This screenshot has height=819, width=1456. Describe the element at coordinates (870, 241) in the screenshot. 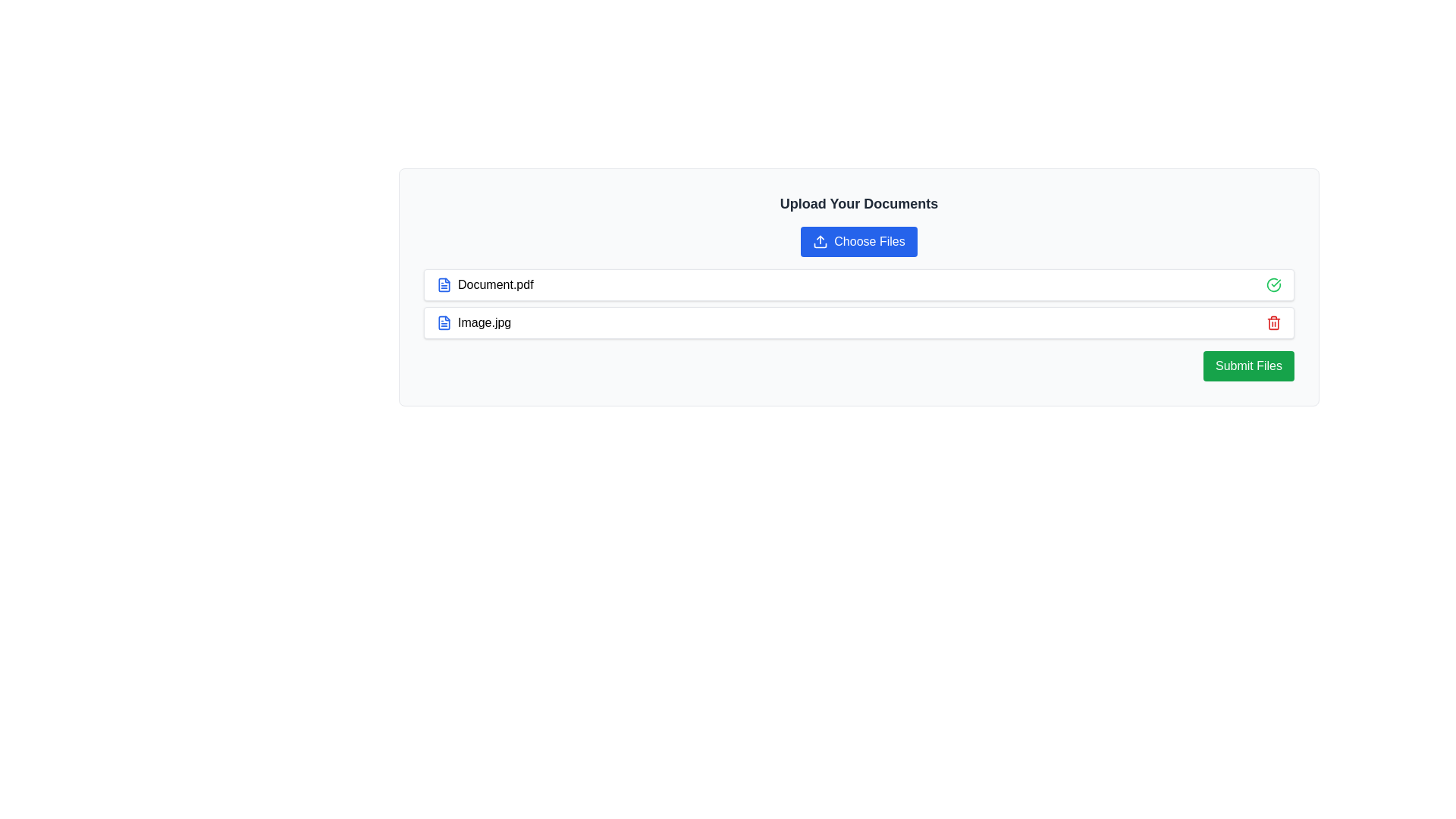

I see `the 'Choose Files' button, which is a text label styled with white text on a blue background, positioned below the heading 'Upload Your Documents'` at that location.